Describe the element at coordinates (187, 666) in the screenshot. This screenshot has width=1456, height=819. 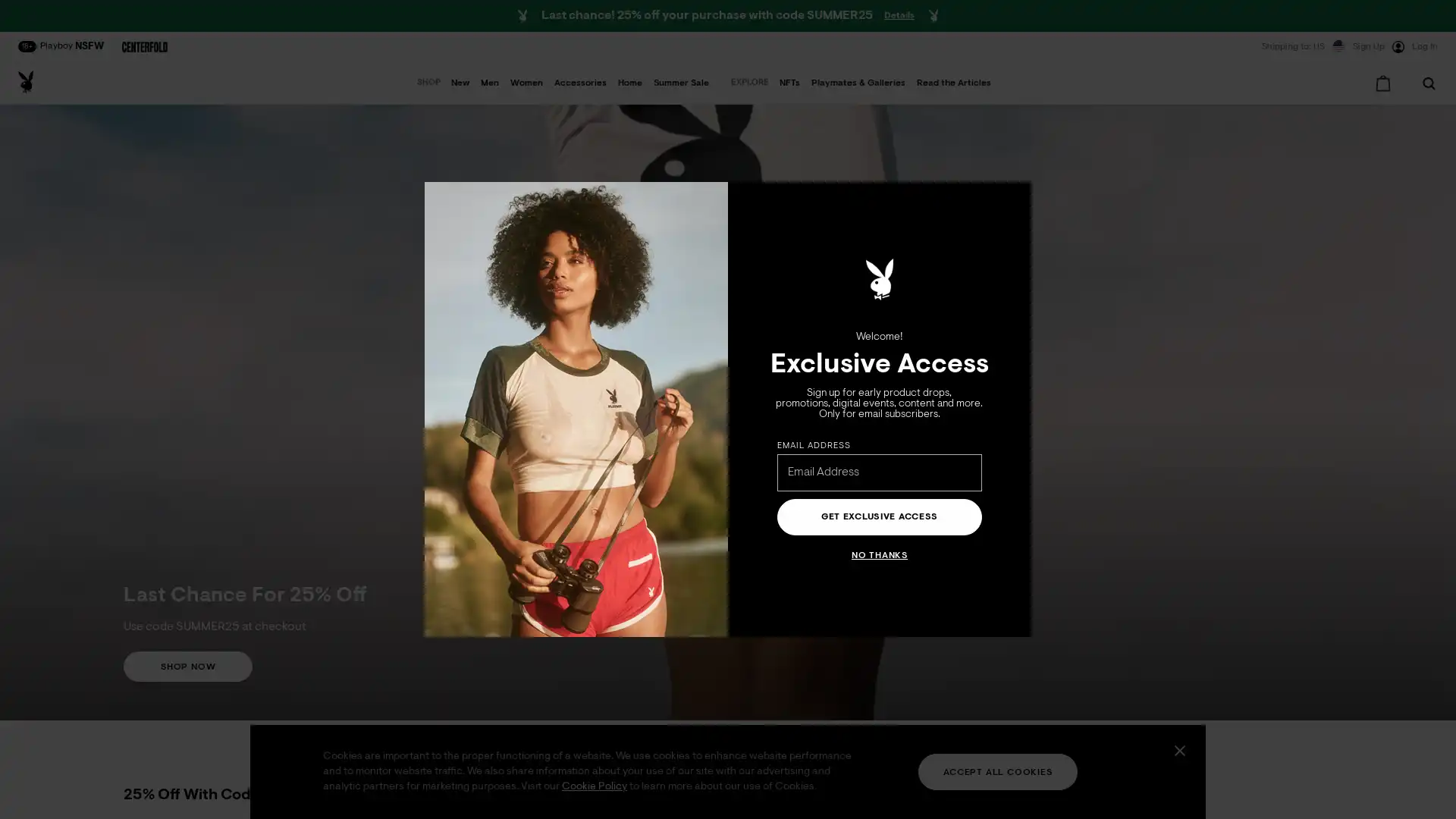
I see `SHOP NOW` at that location.